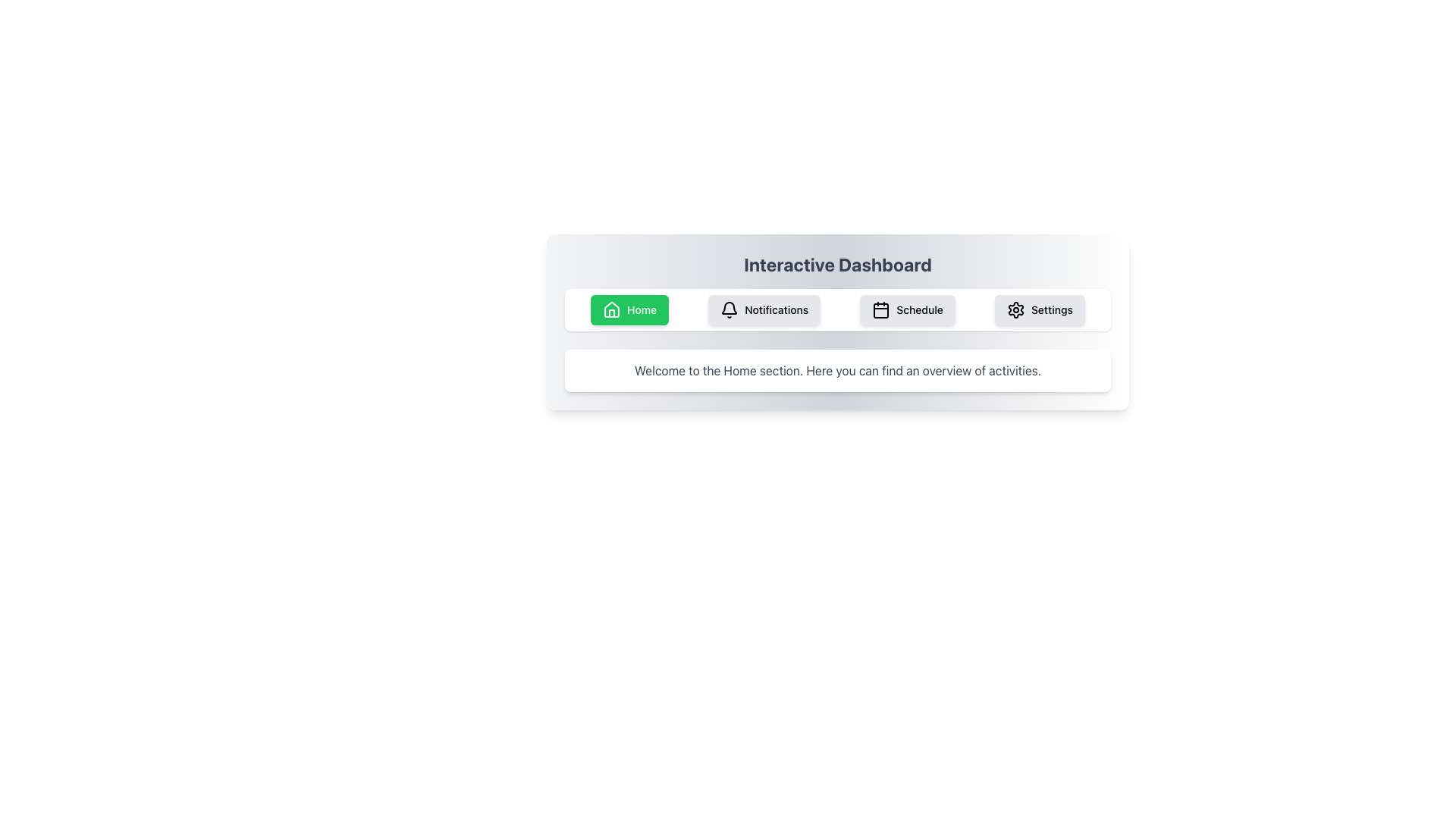  I want to click on the house icon in the navigation bar, so click(611, 309).